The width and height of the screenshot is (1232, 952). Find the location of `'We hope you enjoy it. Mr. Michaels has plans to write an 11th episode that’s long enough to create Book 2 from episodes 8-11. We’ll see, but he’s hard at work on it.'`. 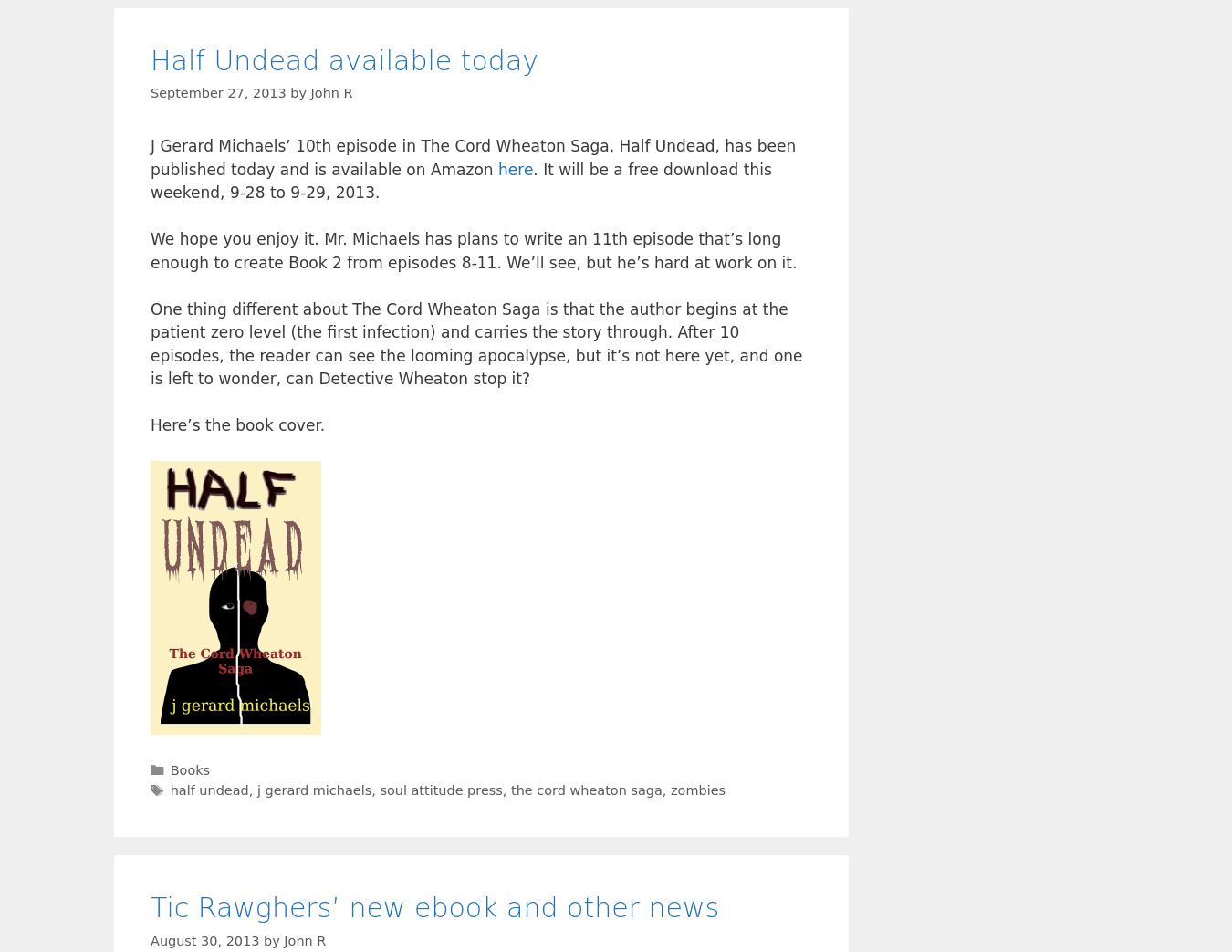

'We hope you enjoy it. Mr. Michaels has plans to write an 11th episode that’s long enough to create Book 2 from episodes 8-11. We’ll see, but he’s hard at work on it.' is located at coordinates (472, 250).